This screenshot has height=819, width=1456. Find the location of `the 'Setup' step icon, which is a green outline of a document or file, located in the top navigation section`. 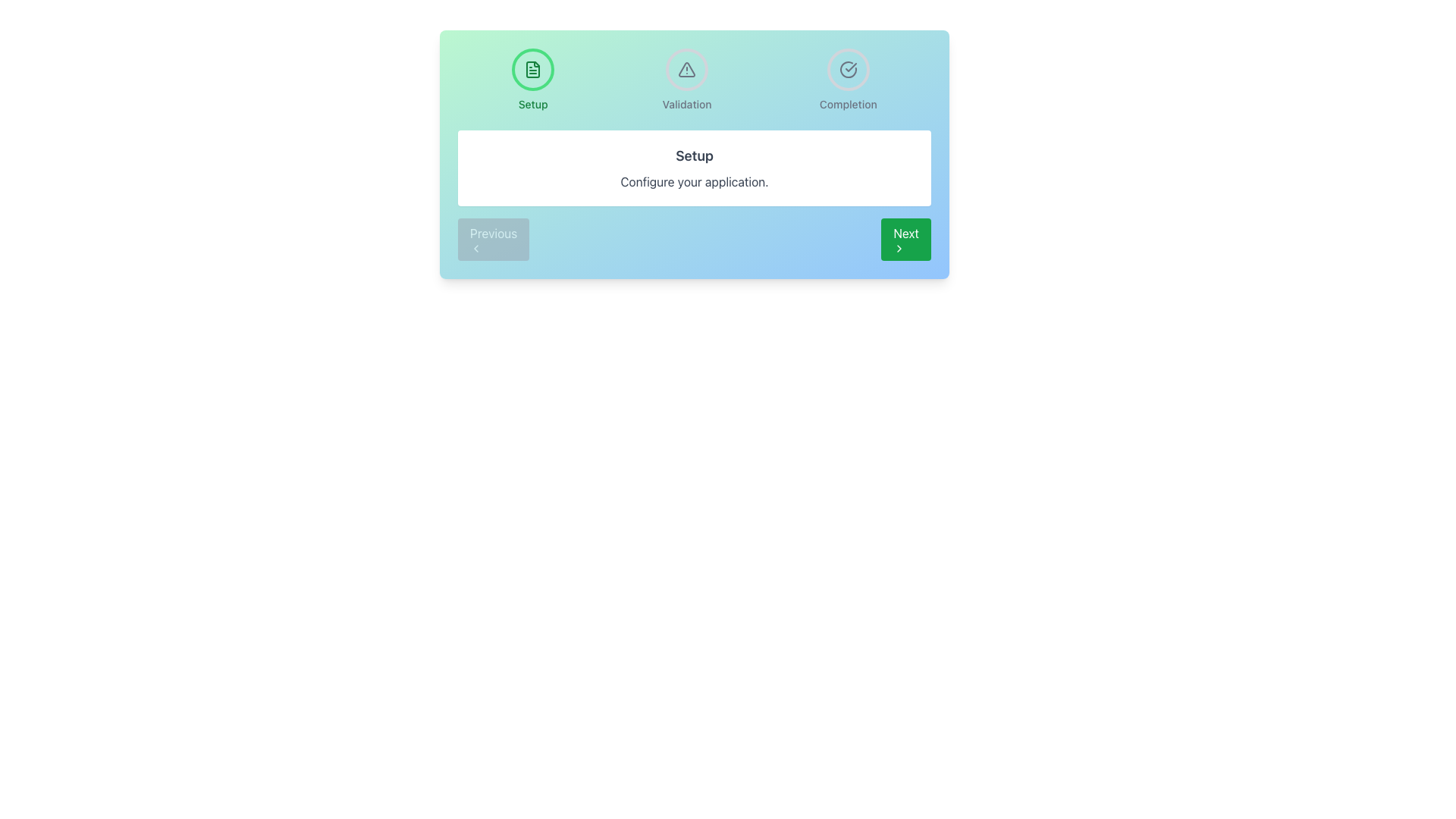

the 'Setup' step icon, which is a green outline of a document or file, located in the top navigation section is located at coordinates (533, 70).